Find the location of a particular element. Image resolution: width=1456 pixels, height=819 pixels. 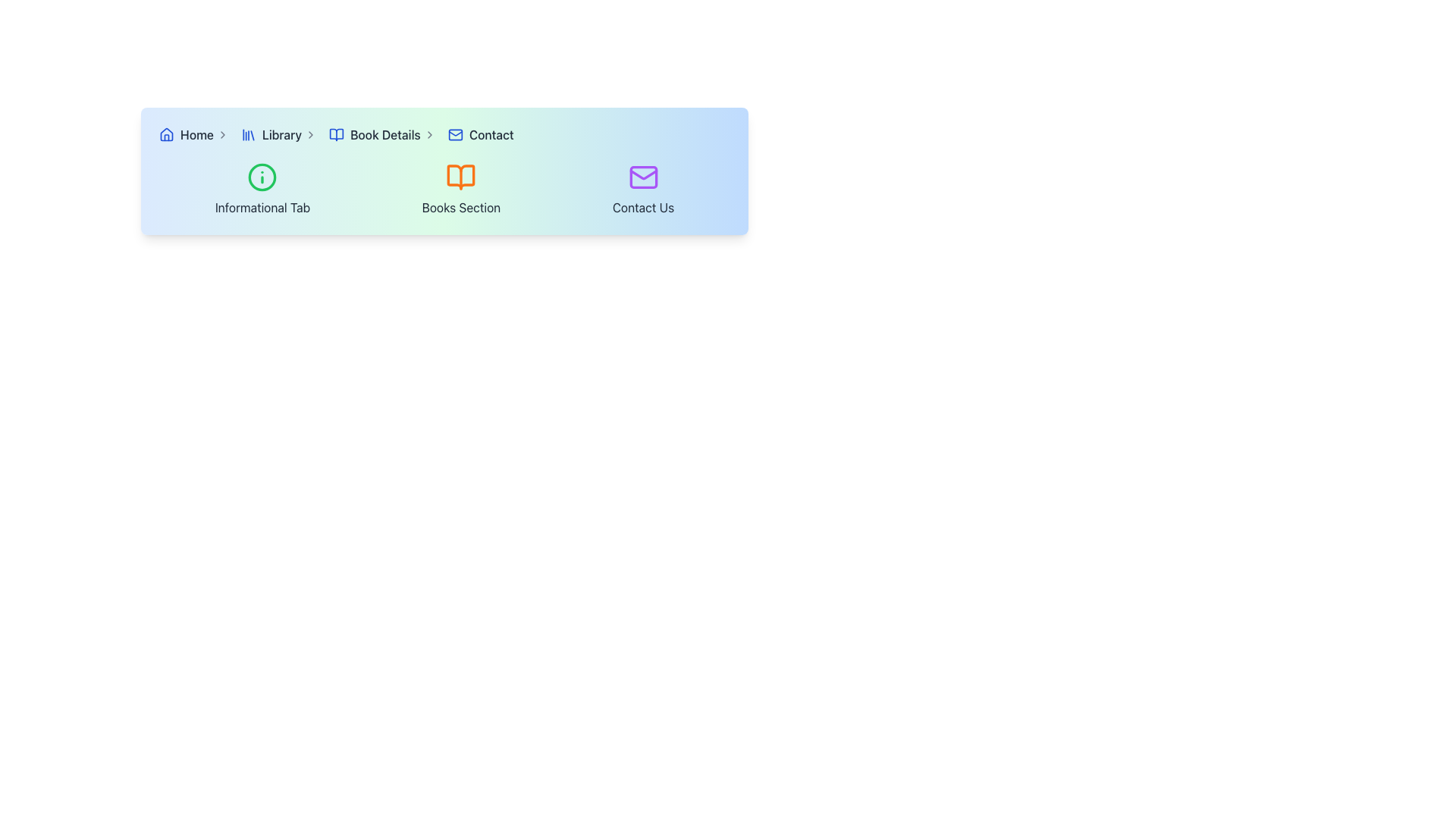

the 'Library' hyperlink in the navigation bar is located at coordinates (282, 133).